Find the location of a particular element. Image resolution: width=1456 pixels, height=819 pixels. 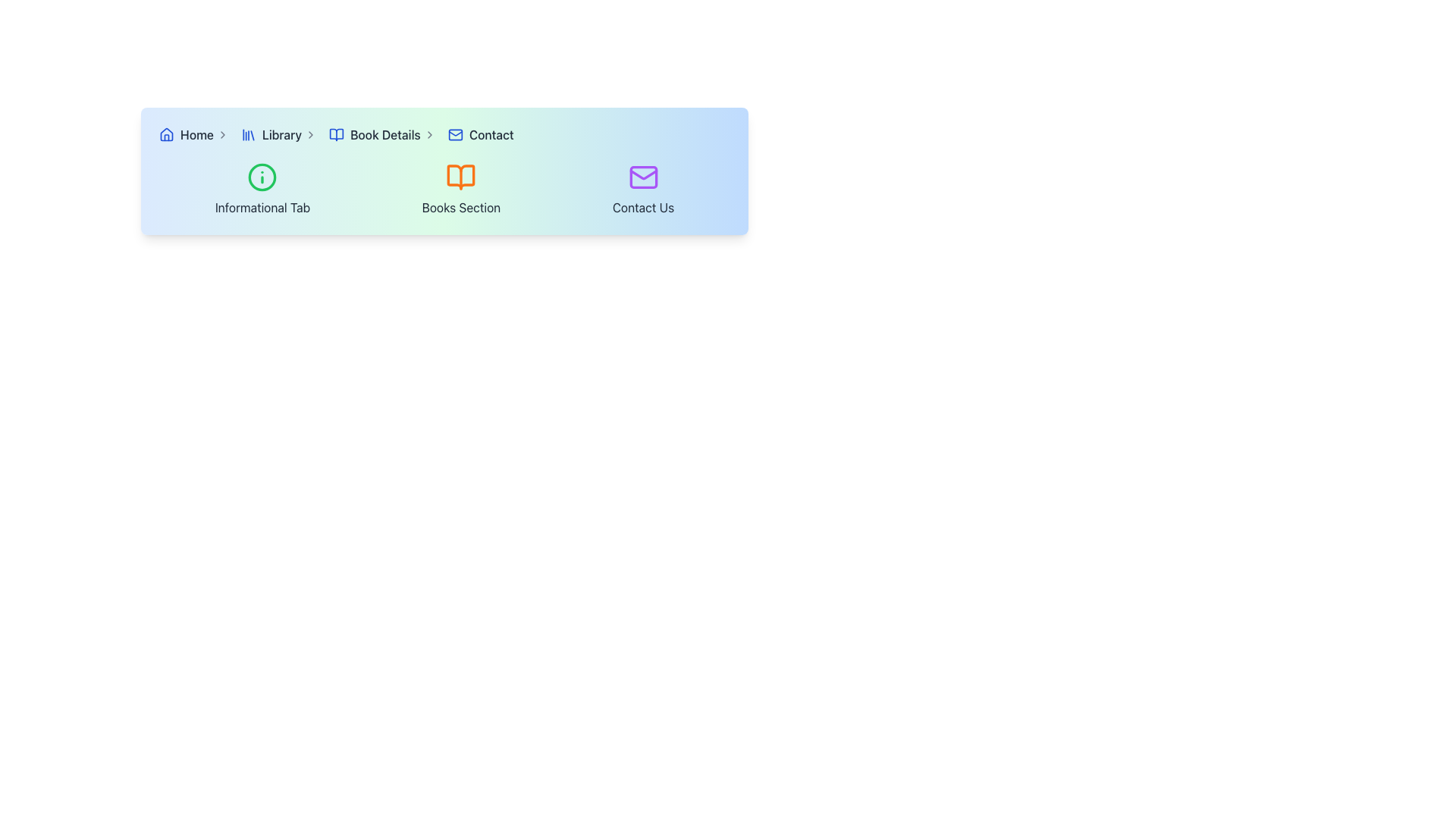

the 'Library' hyperlink in the navigation bar is located at coordinates (282, 133).